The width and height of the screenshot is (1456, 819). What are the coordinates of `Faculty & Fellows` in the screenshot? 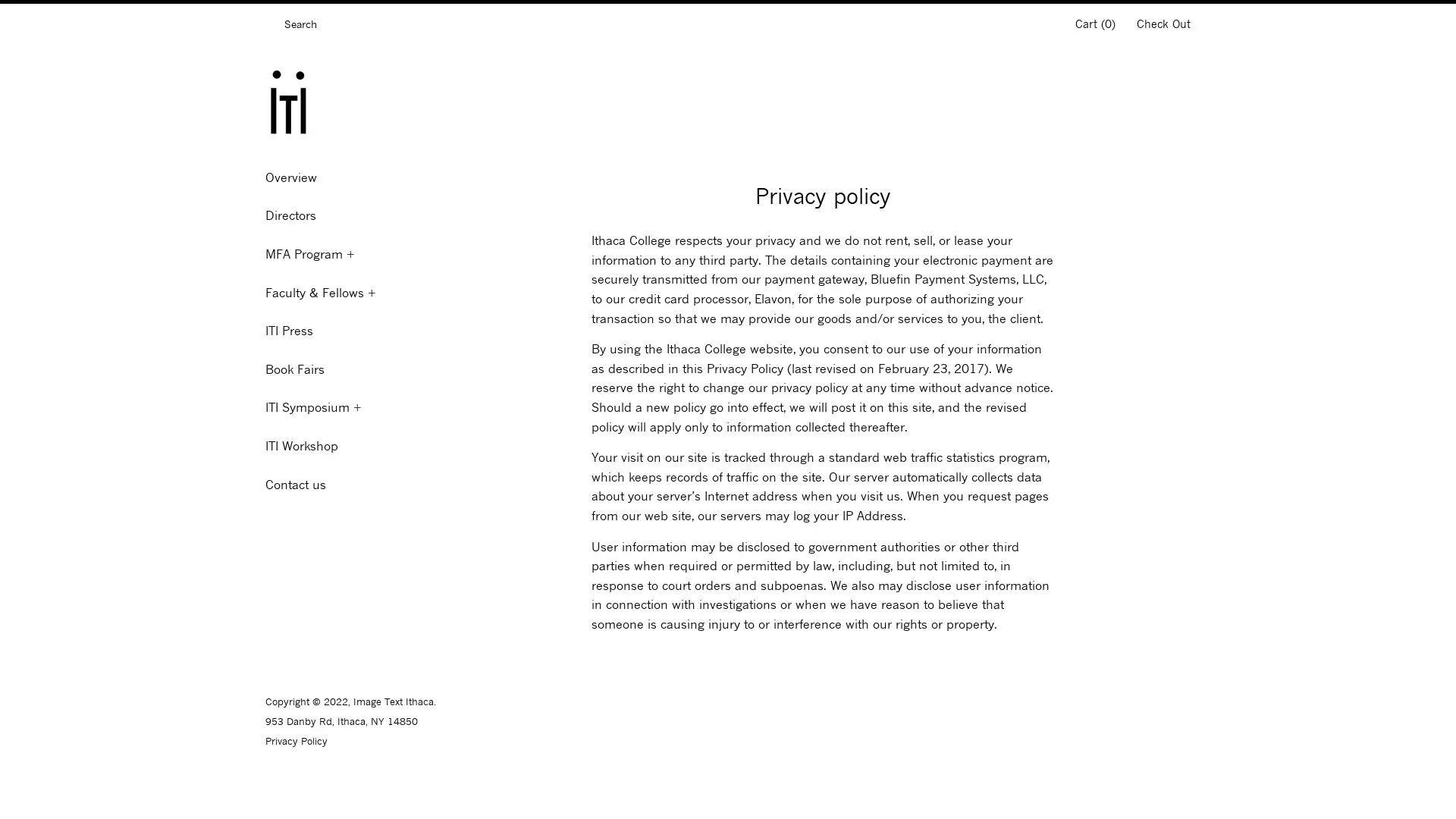 It's located at (348, 292).